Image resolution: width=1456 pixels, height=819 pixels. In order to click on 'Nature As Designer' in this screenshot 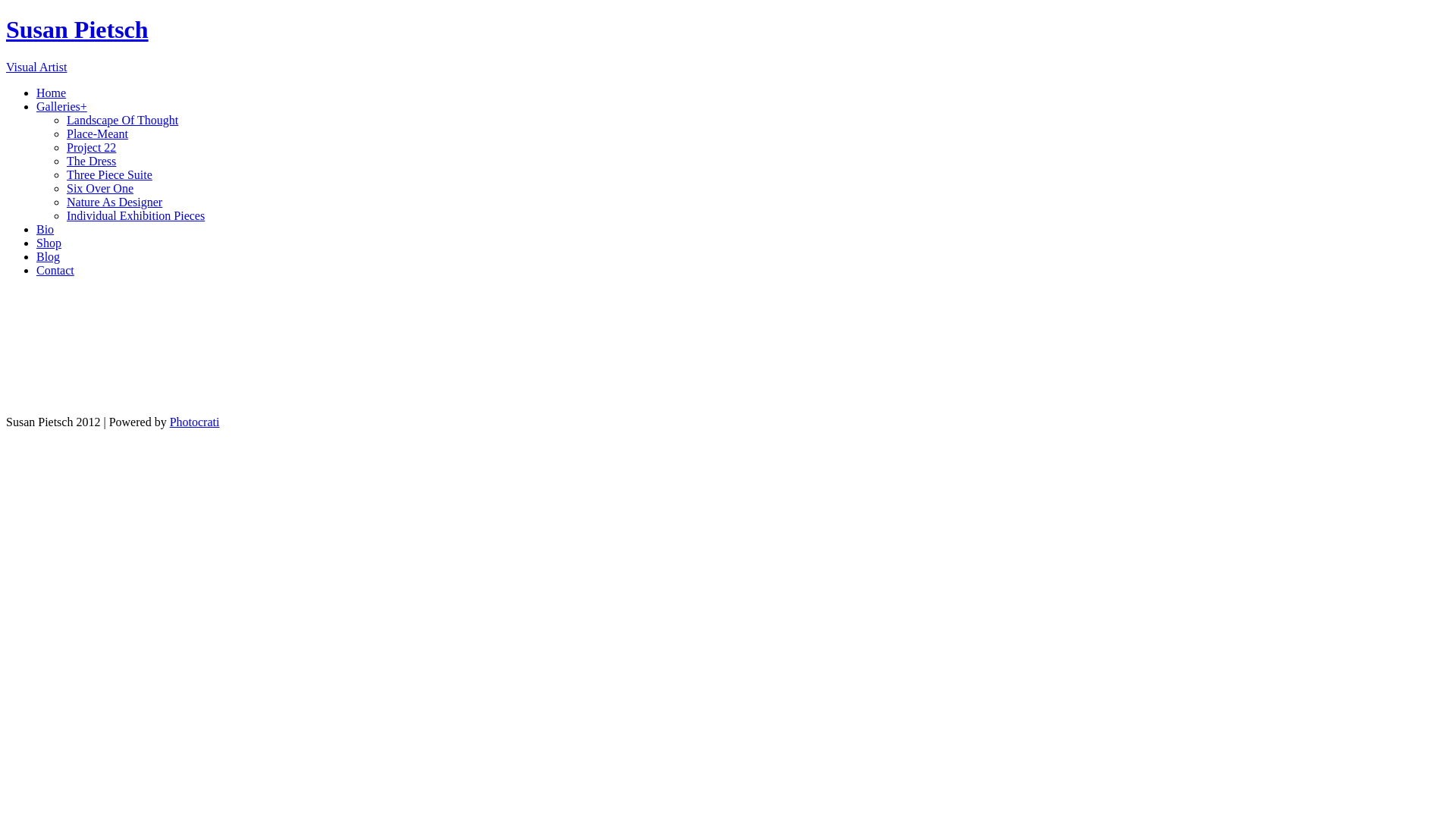, I will do `click(113, 201)`.